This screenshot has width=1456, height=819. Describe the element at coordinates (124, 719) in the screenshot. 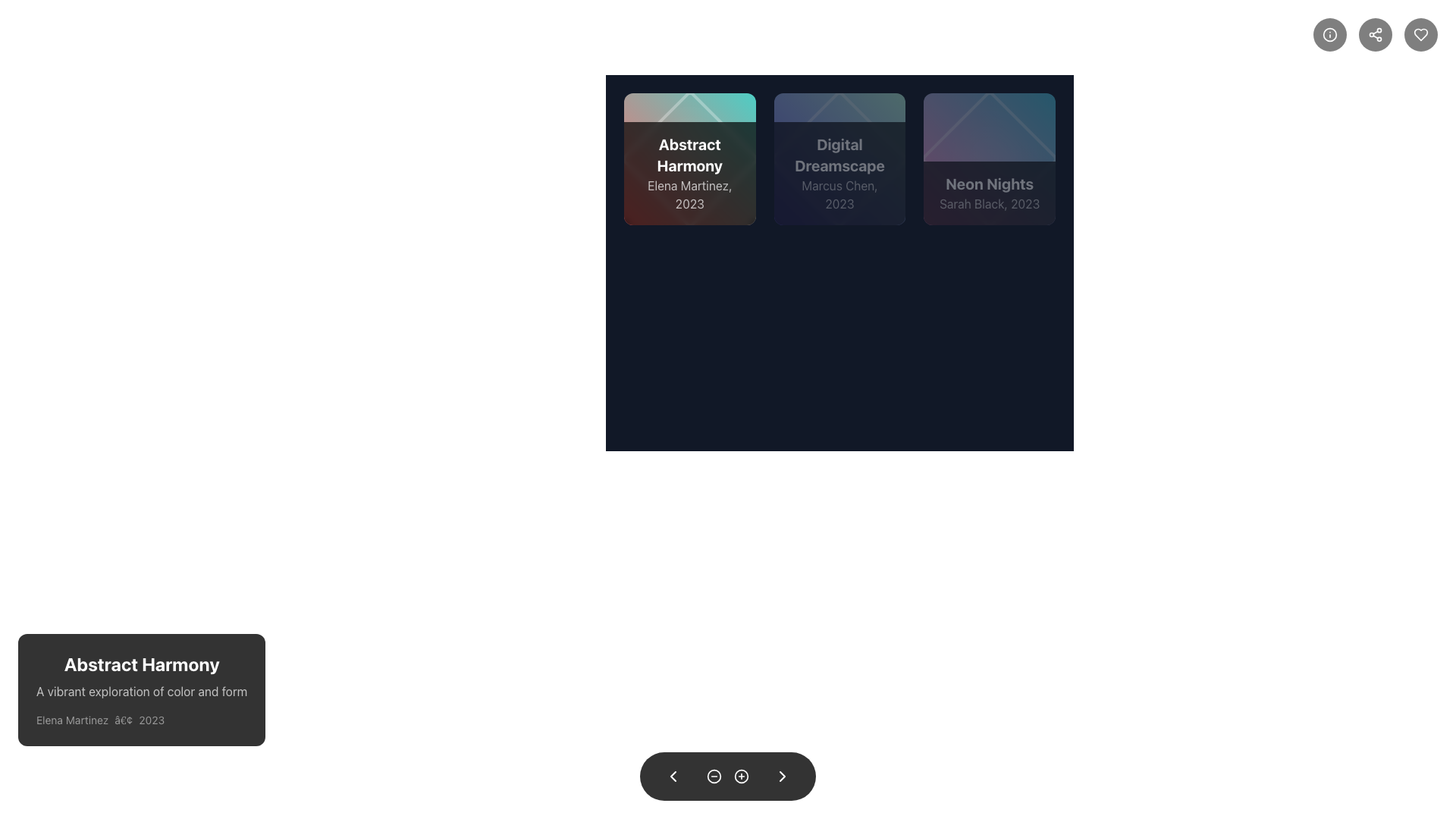

I see `the Bullet separator element, which visually separates the text 'Elena Martinez' and '2023' in the lower-left quadrant of the interface` at that location.